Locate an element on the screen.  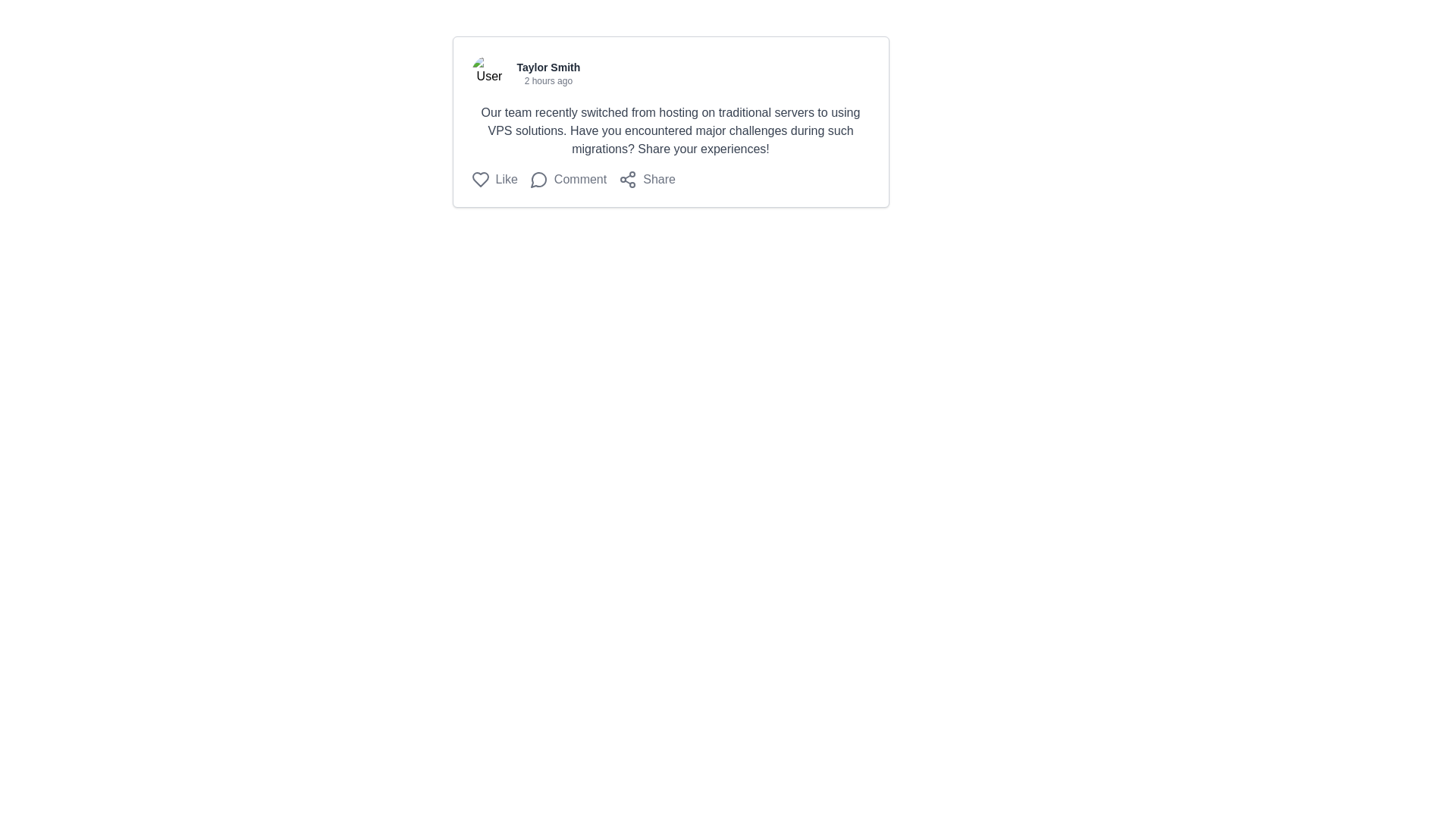
the 'Like' button located at the bottom-left of the card to indicate approval for the content is located at coordinates (494, 178).